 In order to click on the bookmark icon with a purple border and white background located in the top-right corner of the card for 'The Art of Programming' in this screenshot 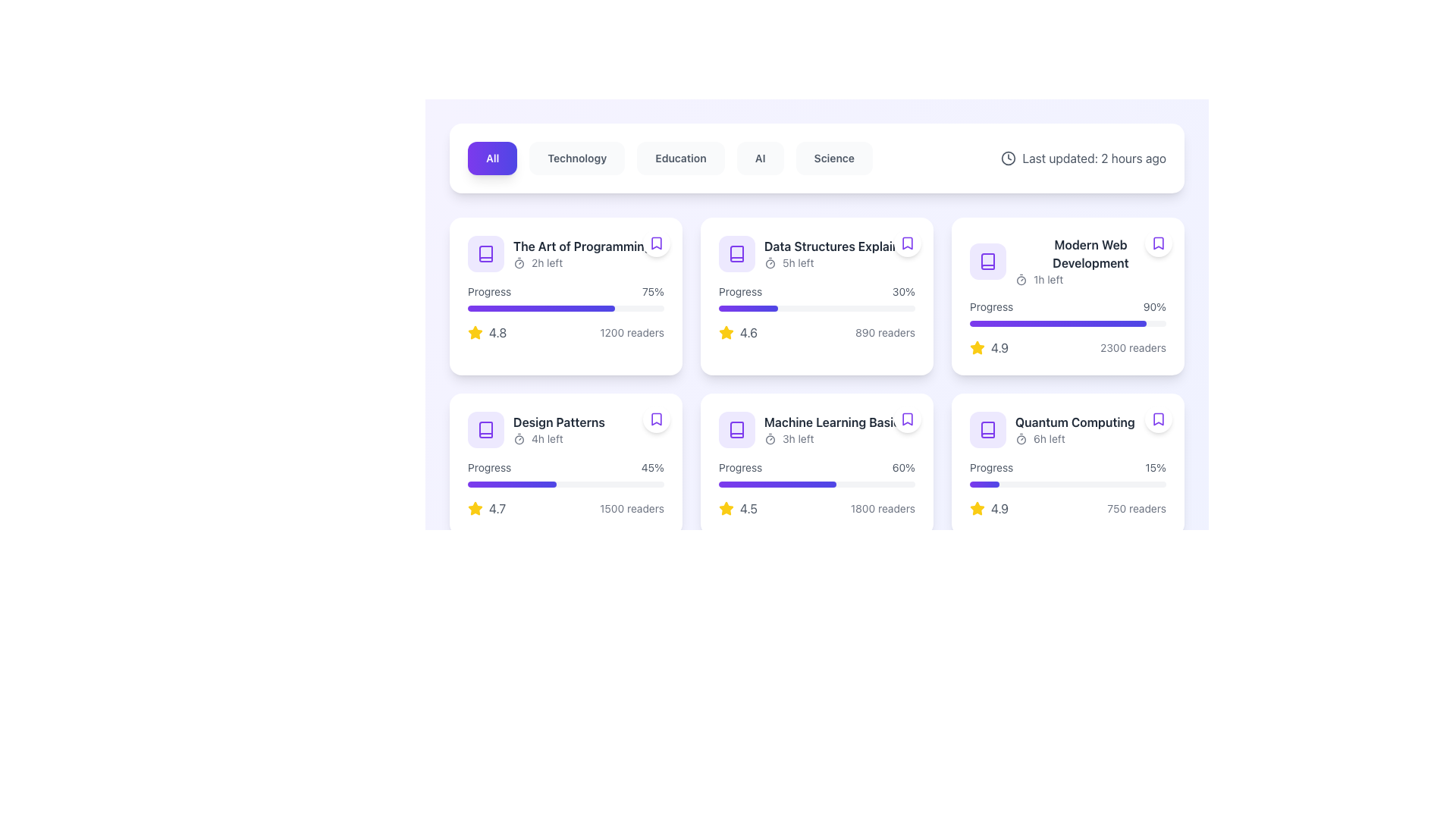, I will do `click(656, 242)`.